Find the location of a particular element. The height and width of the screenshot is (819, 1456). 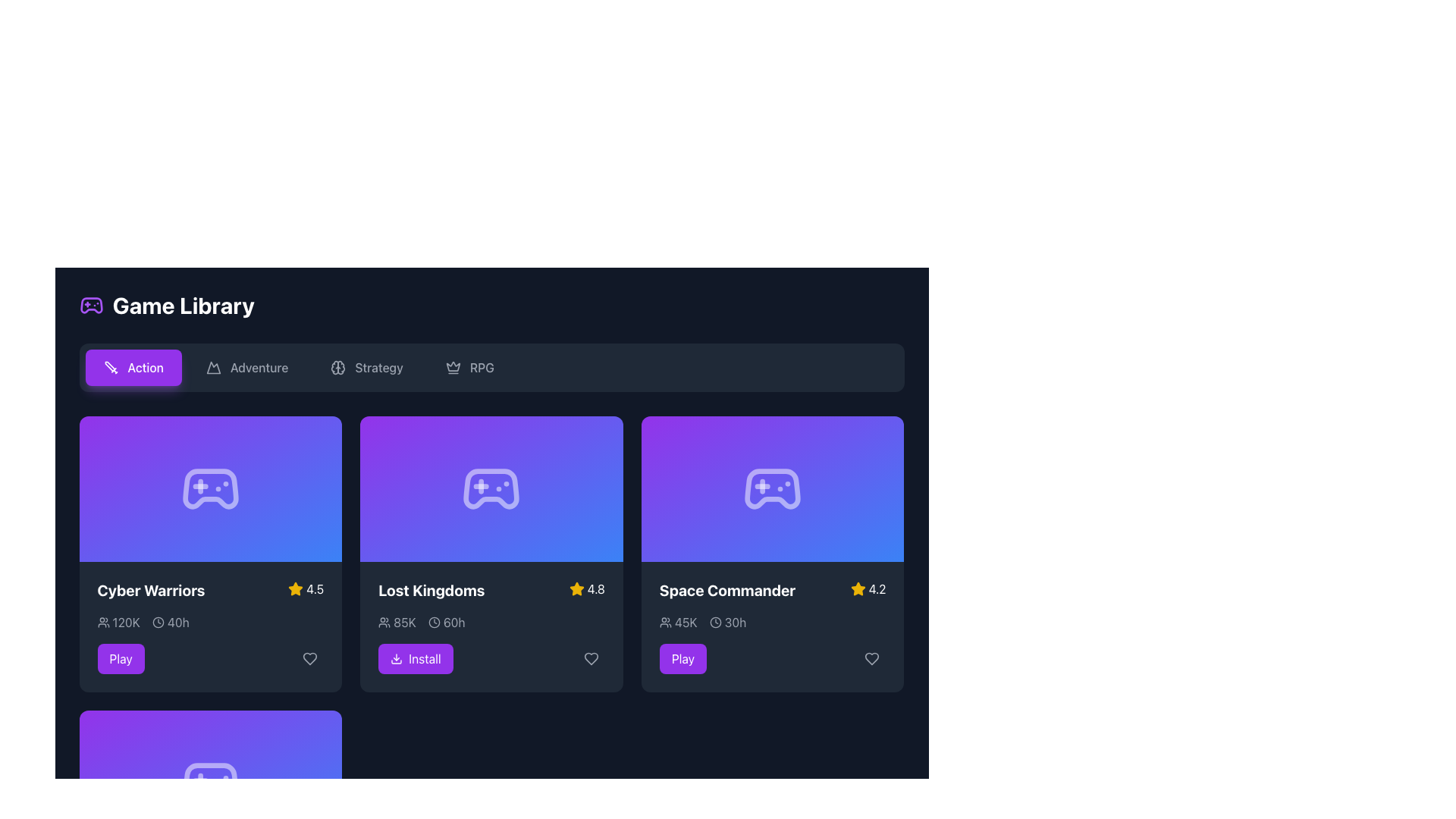

the brain icon located within the 'Strategy' button in the navigation menu at the top of the interface is located at coordinates (337, 368).